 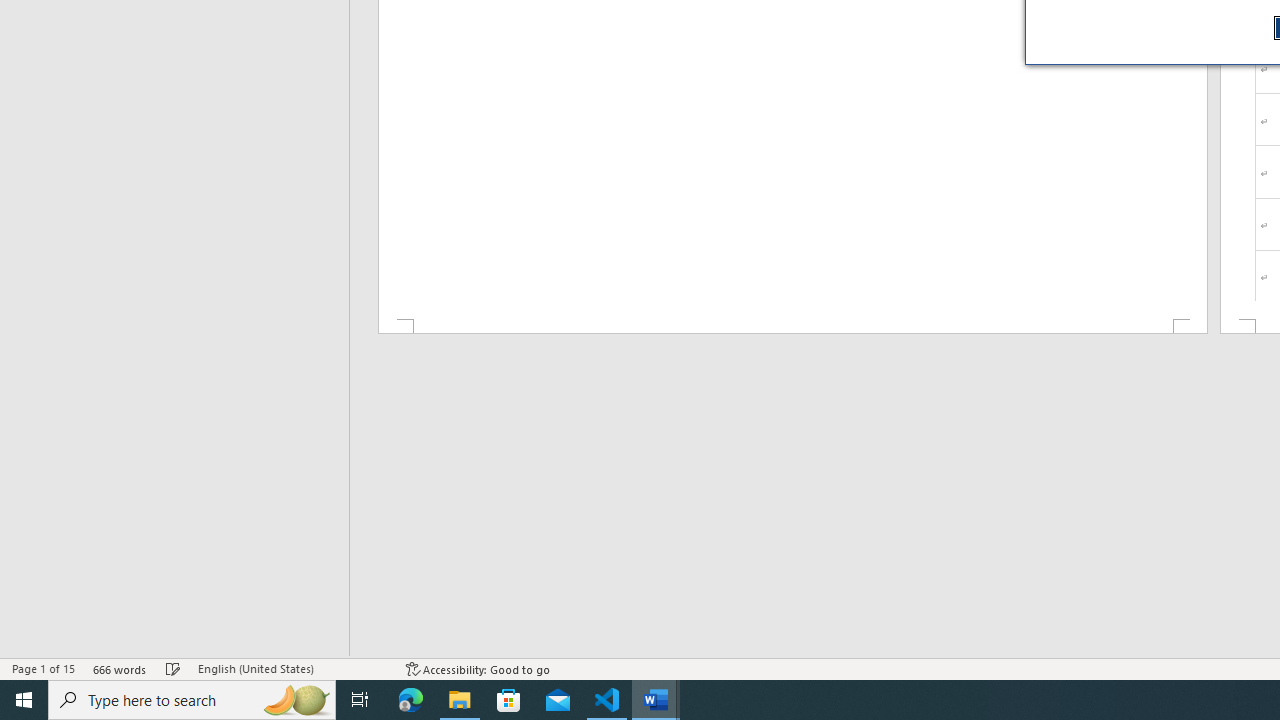 I want to click on 'Accessibility Checker Accessibility: Good to go', so click(x=477, y=669).